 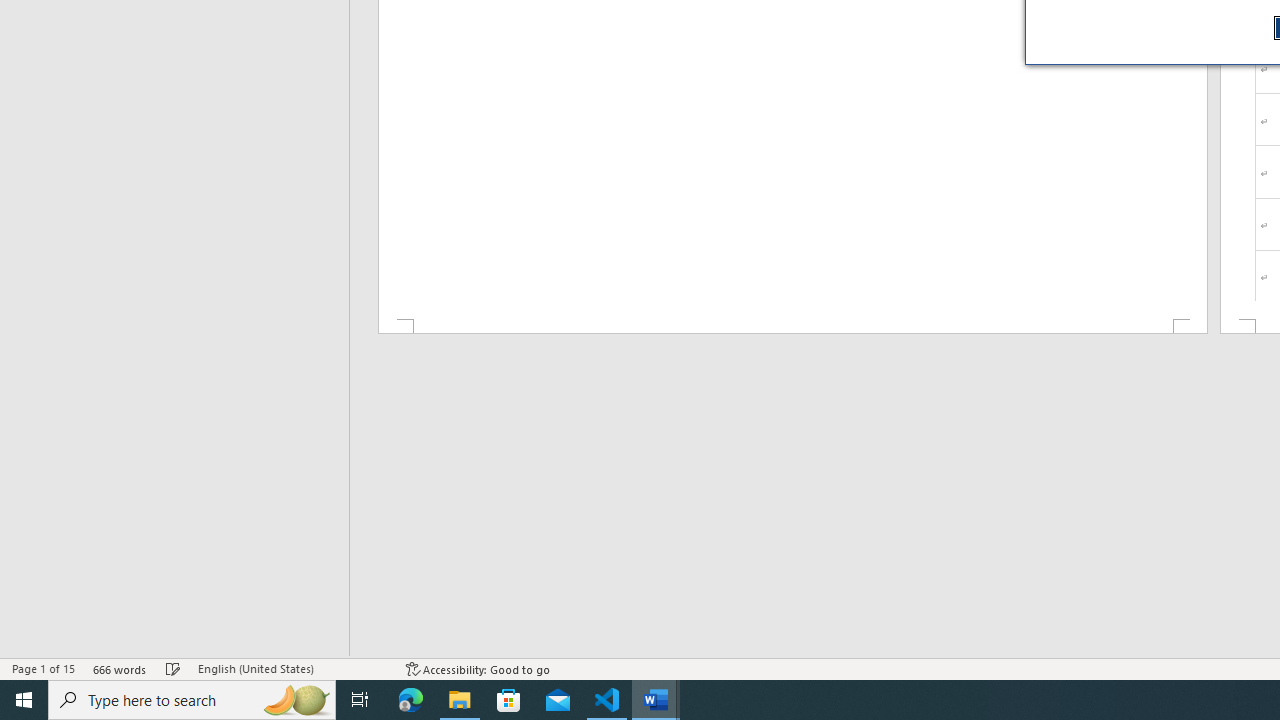 I want to click on 'Accessibility Checker Accessibility: Good to go', so click(x=477, y=669).